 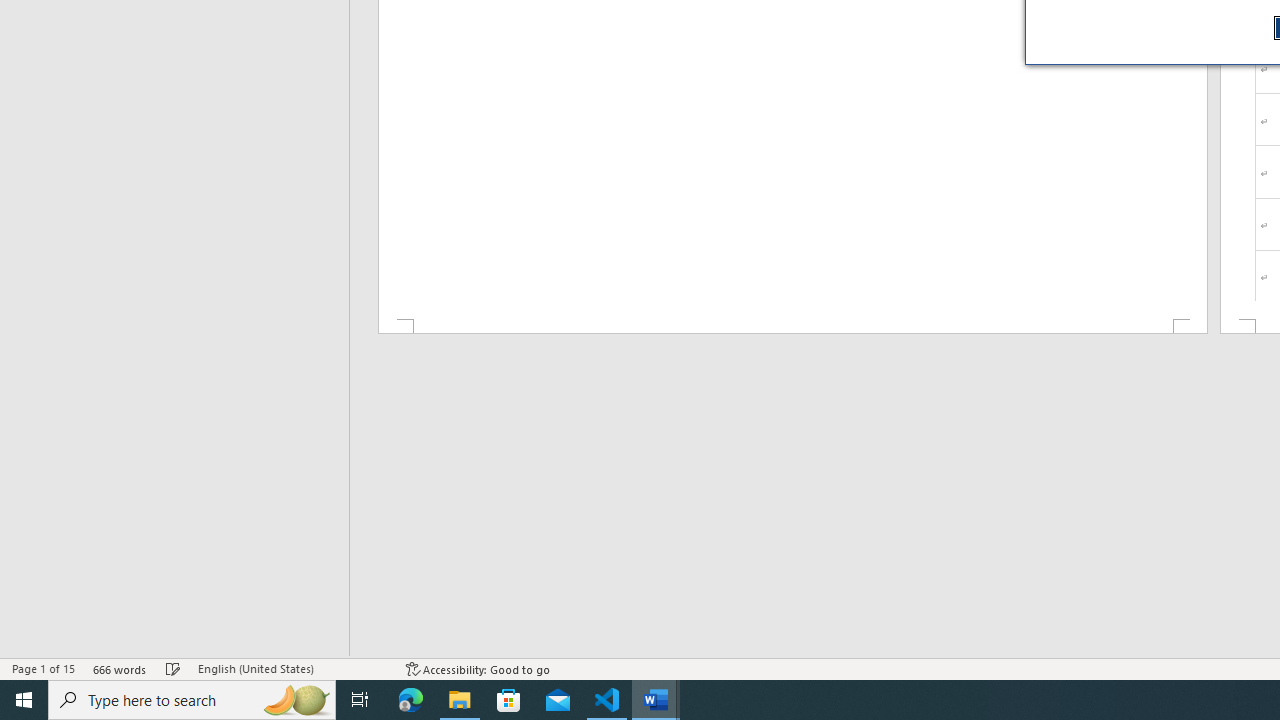 I want to click on 'Accessibility Checker Accessibility: Good to go', so click(x=477, y=669).